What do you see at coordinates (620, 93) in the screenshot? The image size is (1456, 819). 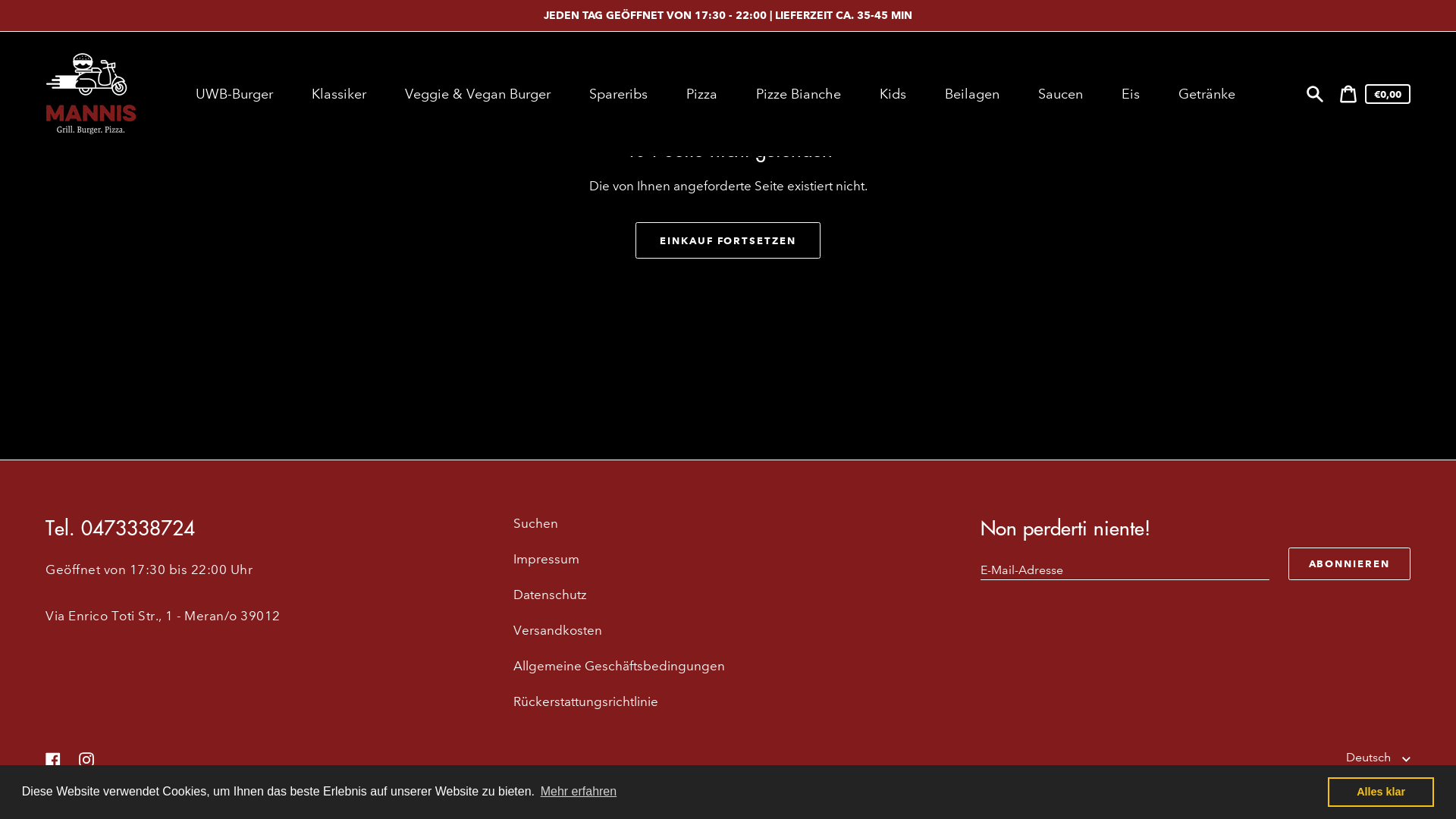 I see `'Spareribs'` at bounding box center [620, 93].